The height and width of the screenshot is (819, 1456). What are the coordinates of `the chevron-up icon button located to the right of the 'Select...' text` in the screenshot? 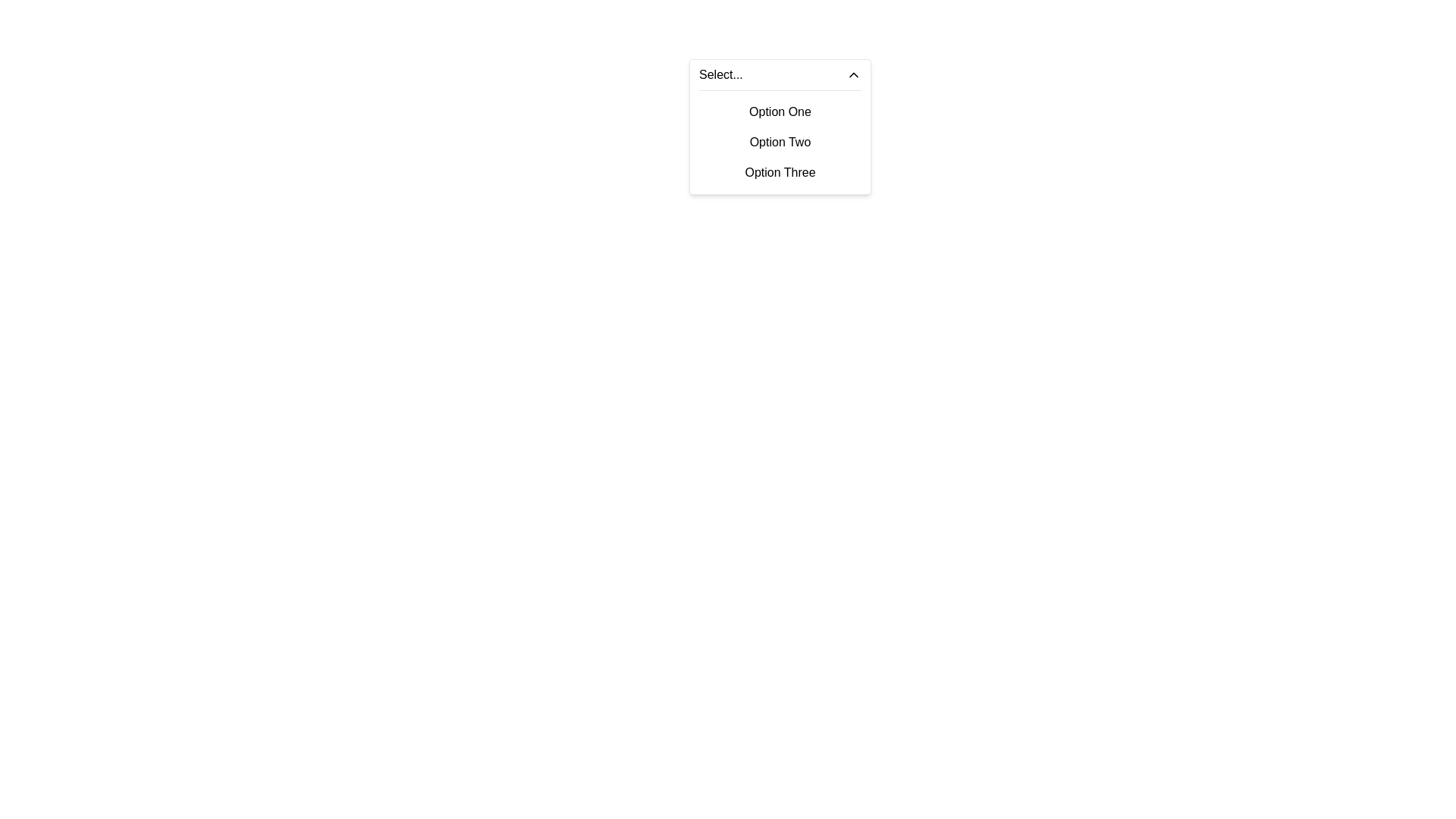 It's located at (854, 75).